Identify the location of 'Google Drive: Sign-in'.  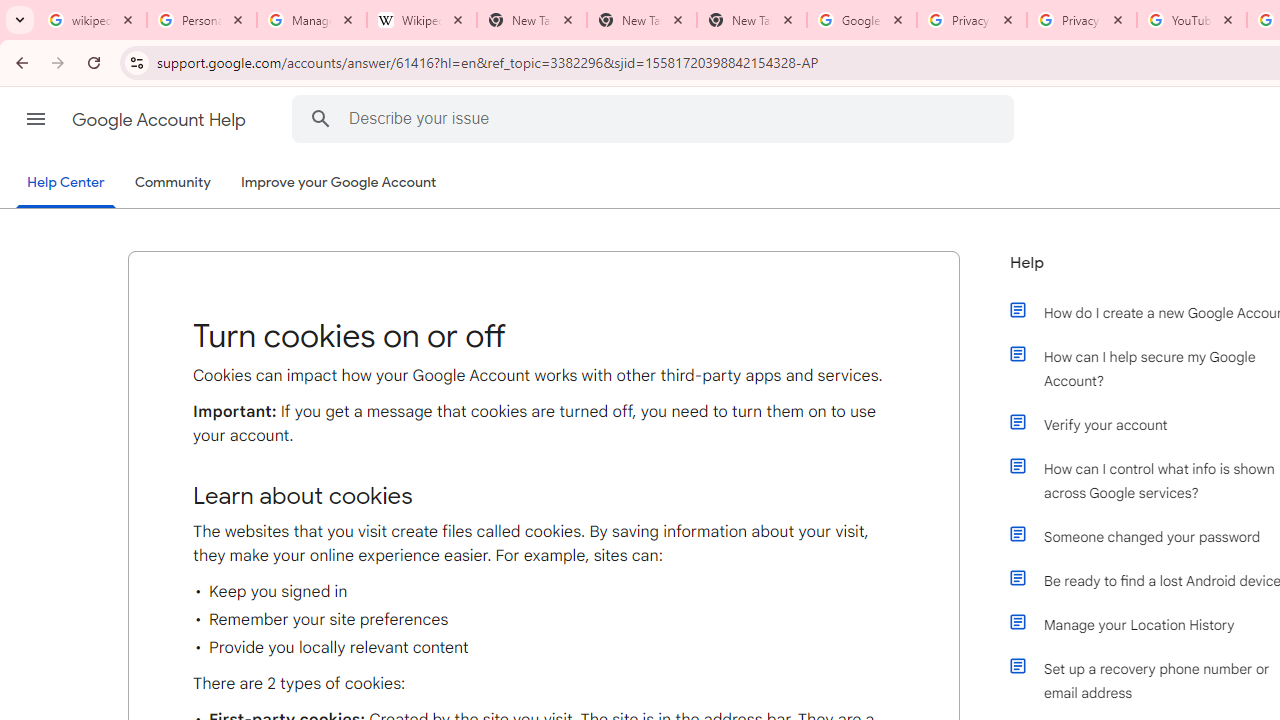
(861, 20).